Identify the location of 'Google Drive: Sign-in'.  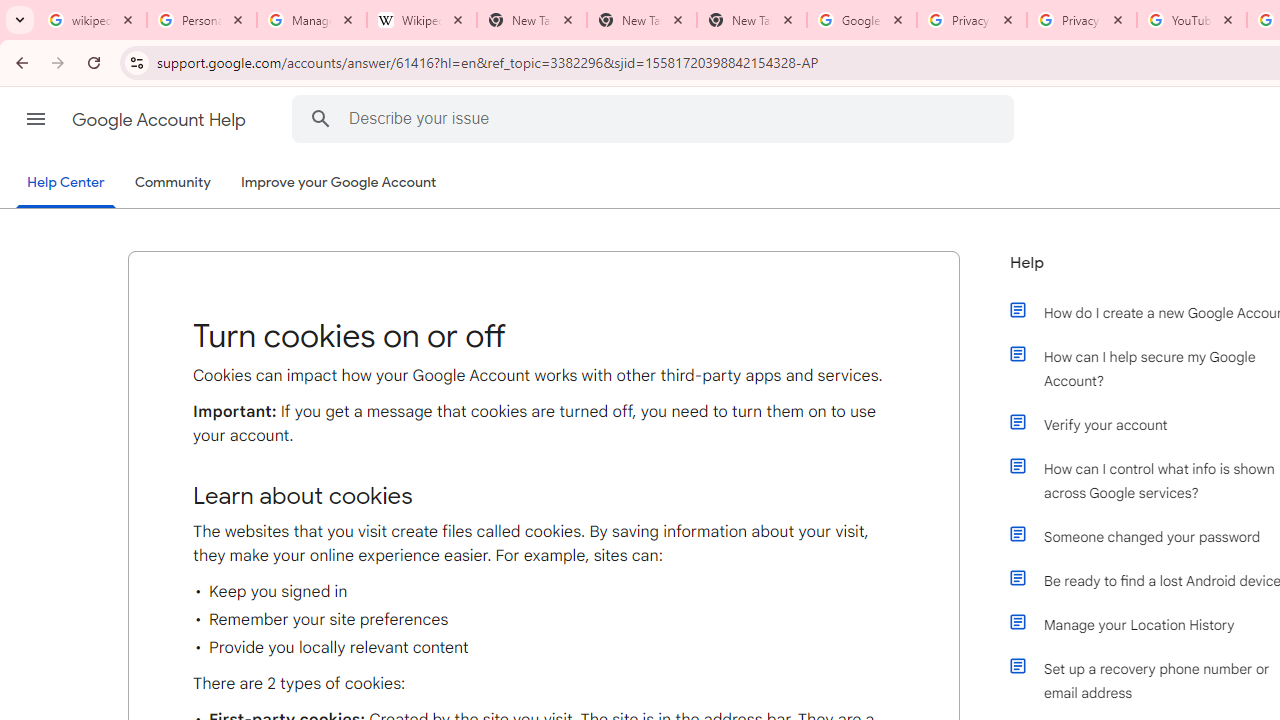
(861, 20).